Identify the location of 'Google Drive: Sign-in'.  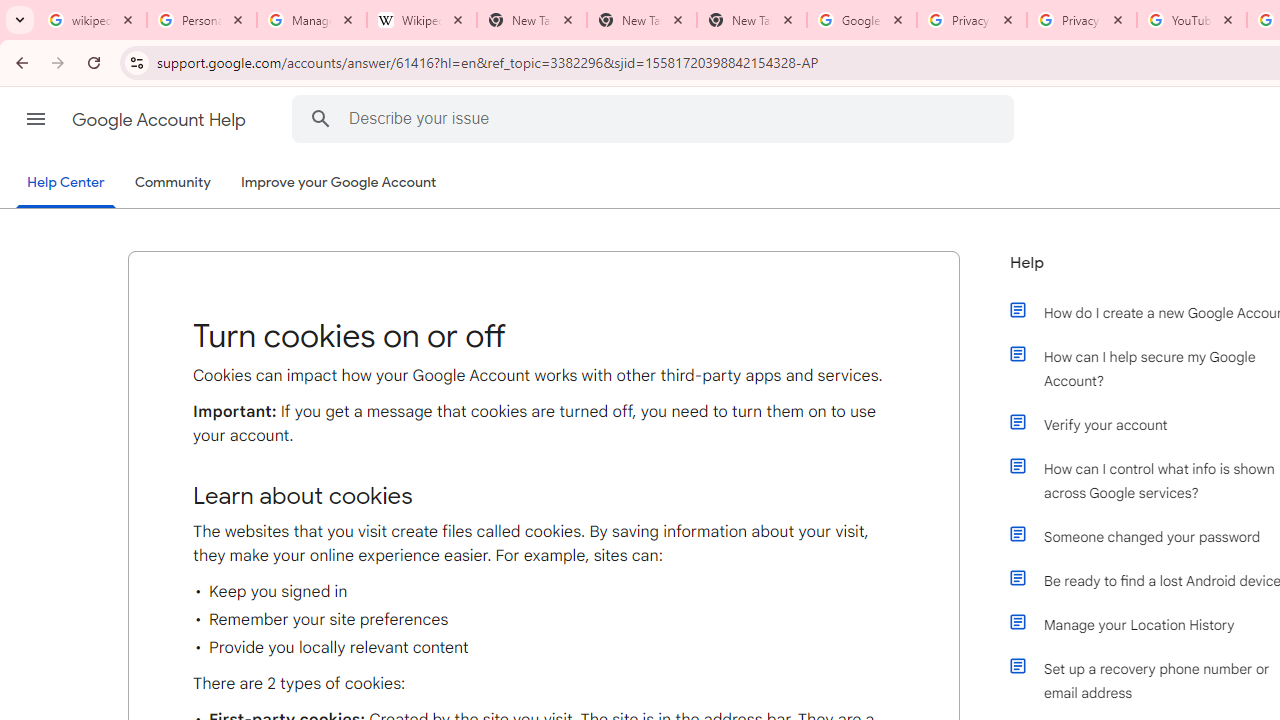
(861, 20).